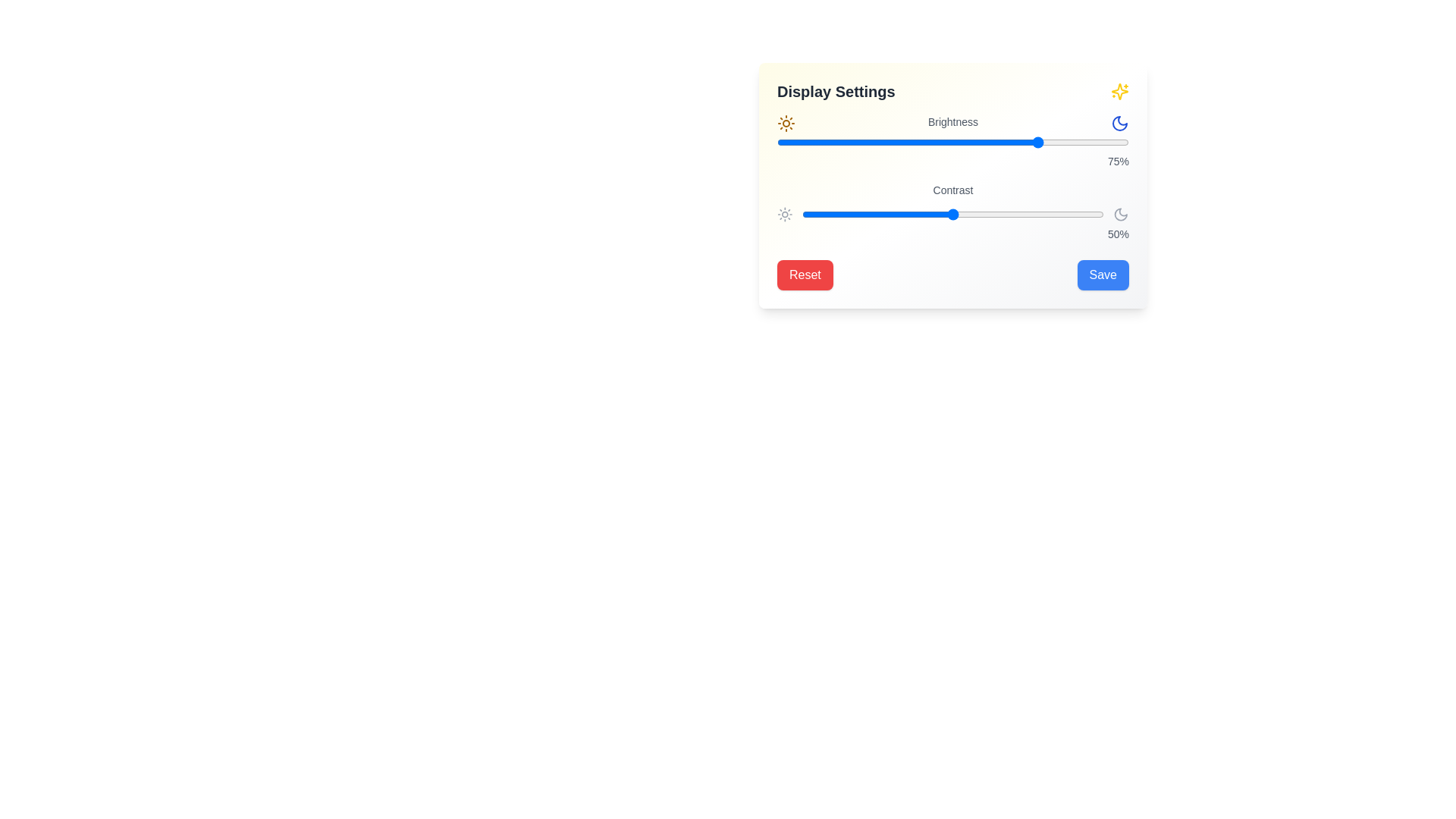  I want to click on the contrast level, so click(833, 214).